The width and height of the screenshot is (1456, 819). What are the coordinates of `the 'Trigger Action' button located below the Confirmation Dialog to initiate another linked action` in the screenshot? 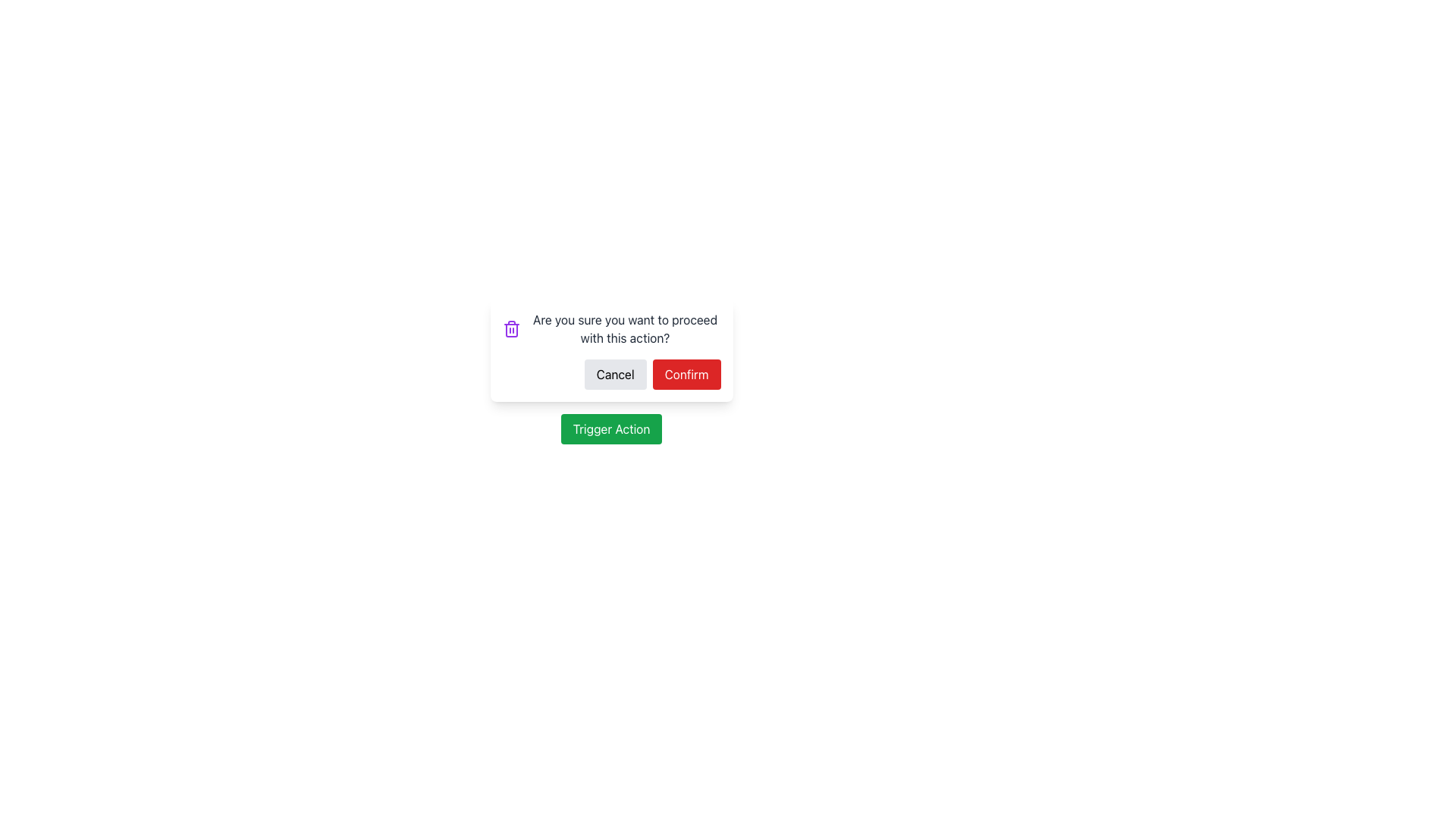 It's located at (611, 414).